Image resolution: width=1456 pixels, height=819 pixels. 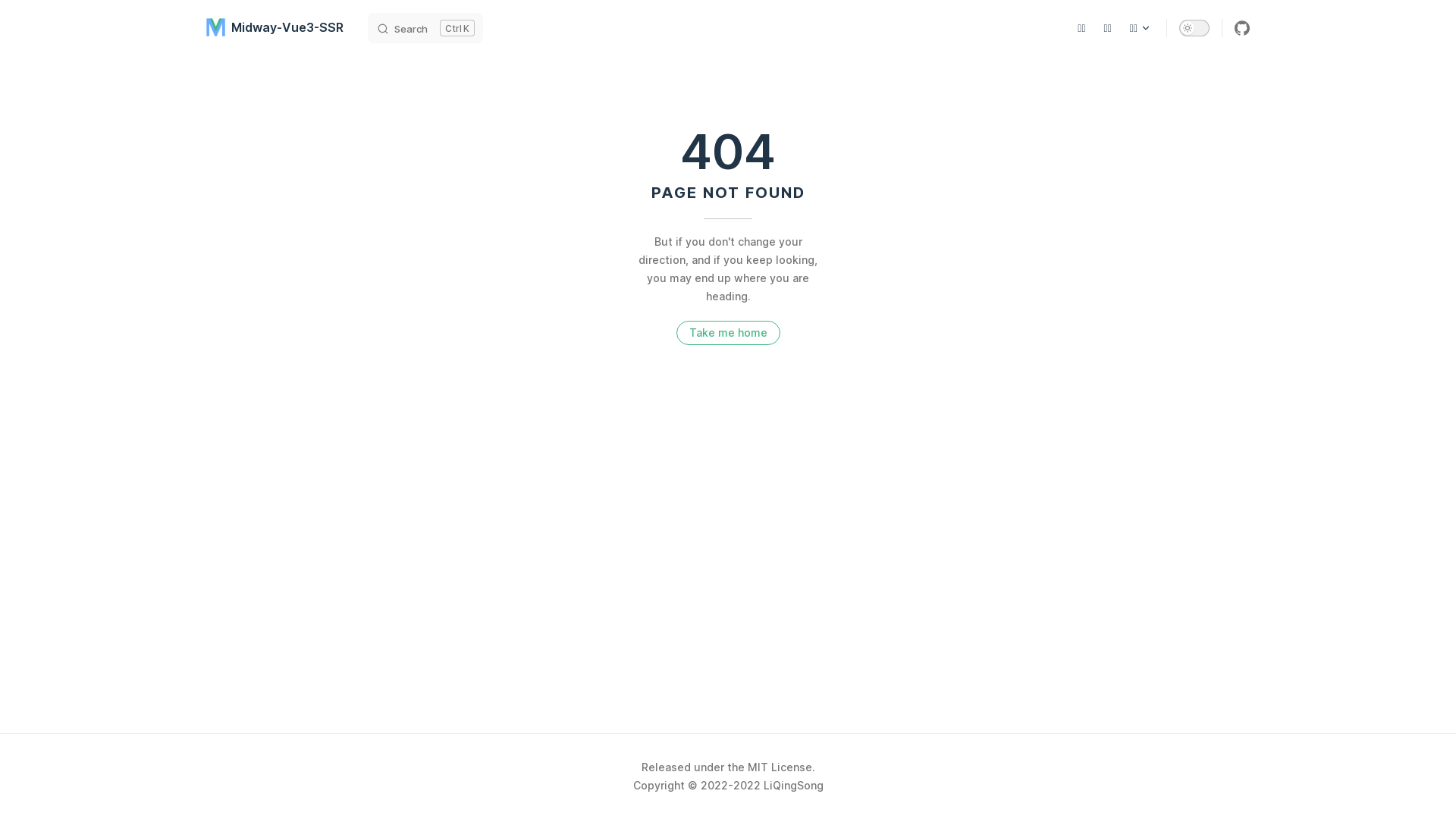 I want to click on 'Take me home', so click(x=728, y=332).